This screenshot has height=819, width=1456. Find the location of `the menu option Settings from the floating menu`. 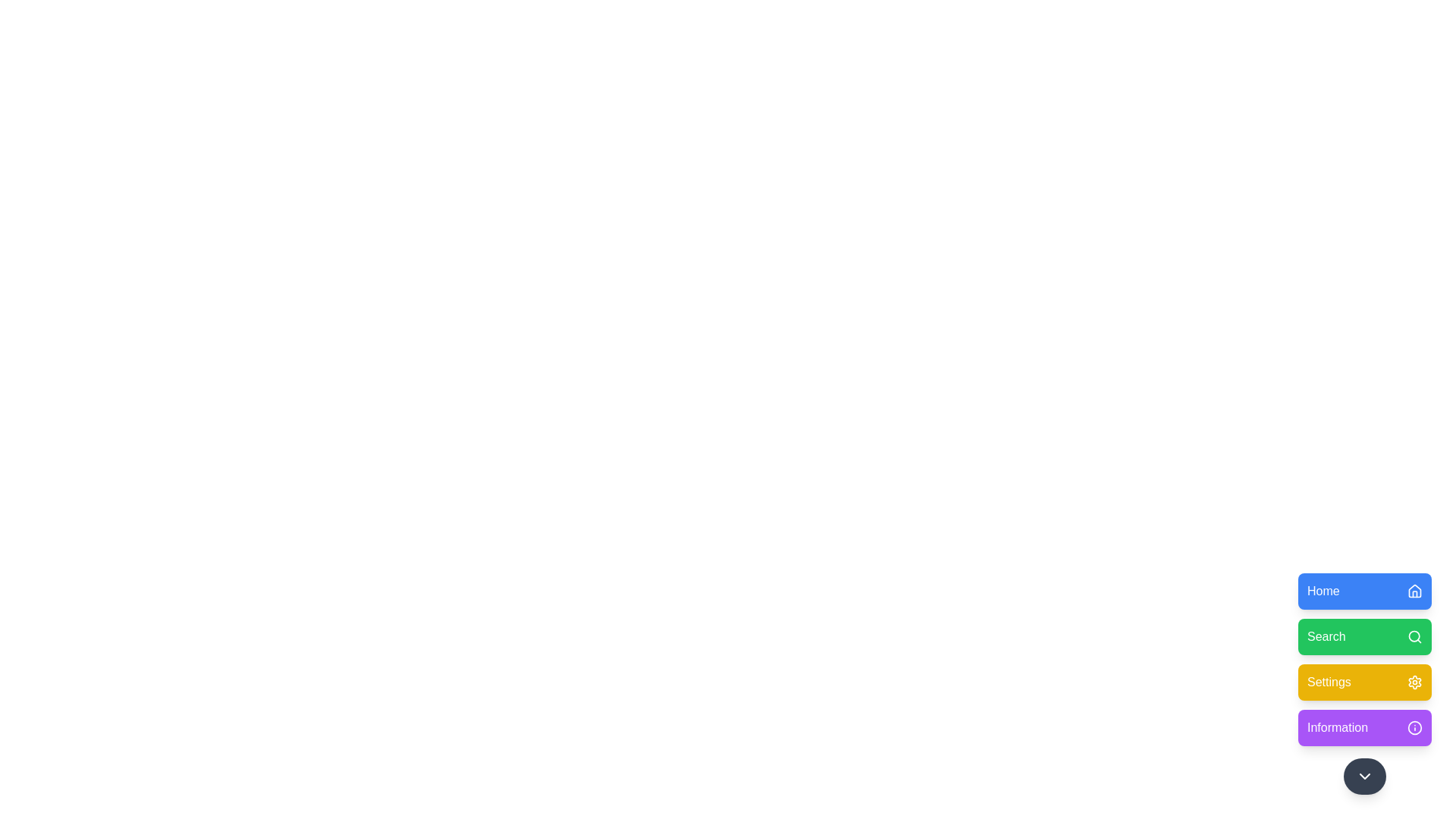

the menu option Settings from the floating menu is located at coordinates (1365, 681).